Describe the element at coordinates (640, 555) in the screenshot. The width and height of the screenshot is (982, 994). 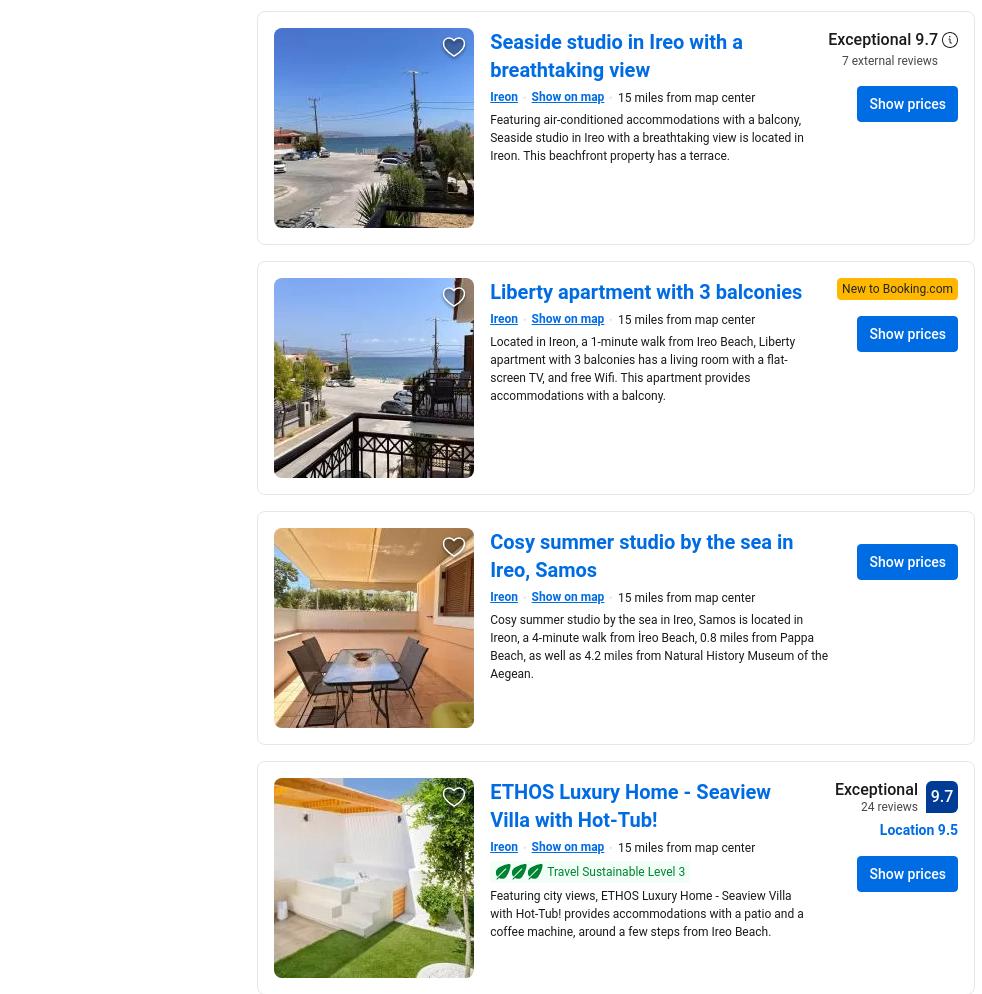
I see `'Cosy summer studio by the sea in Ireo, Samos'` at that location.